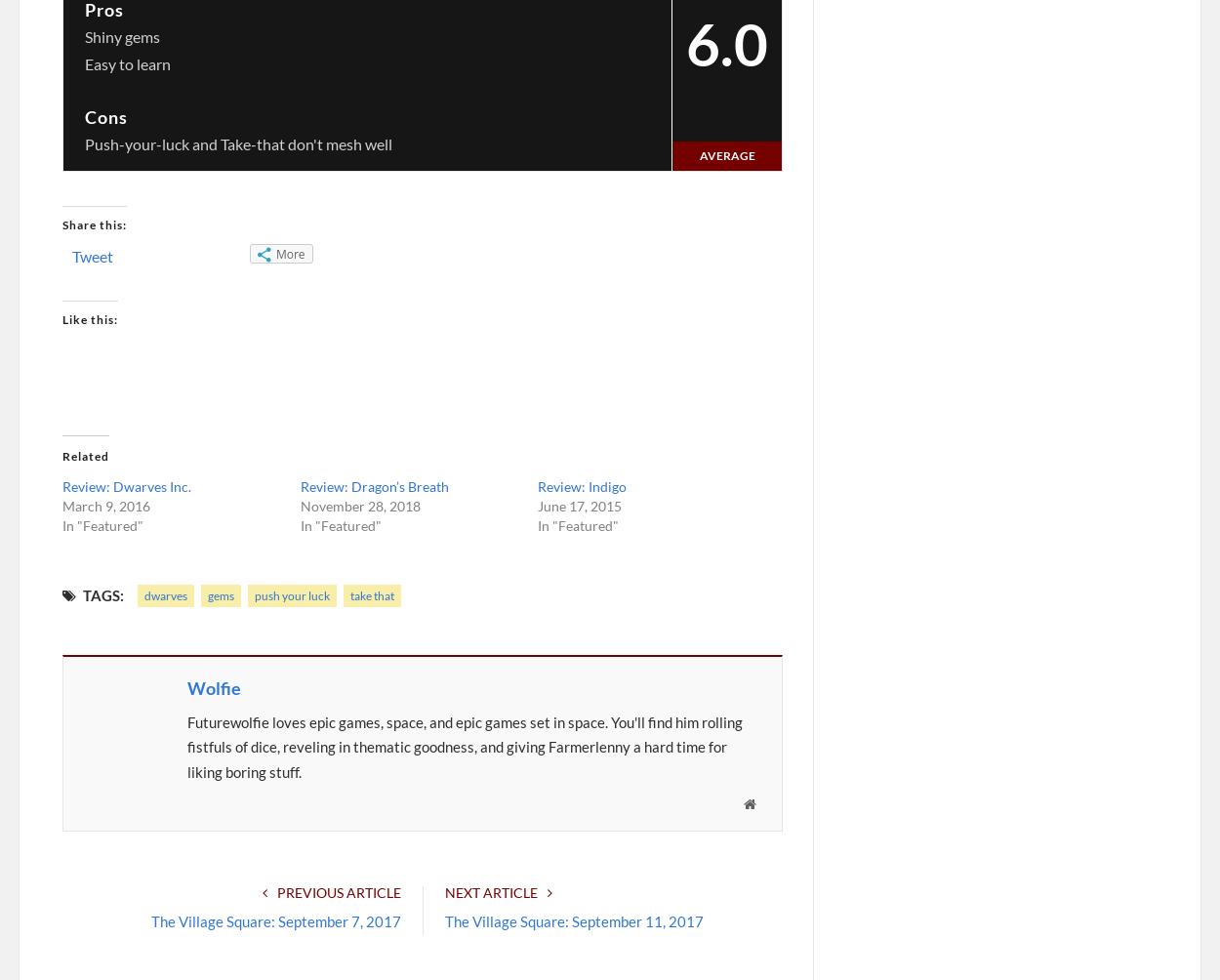  What do you see at coordinates (493, 891) in the screenshot?
I see `'Next Article'` at bounding box center [493, 891].